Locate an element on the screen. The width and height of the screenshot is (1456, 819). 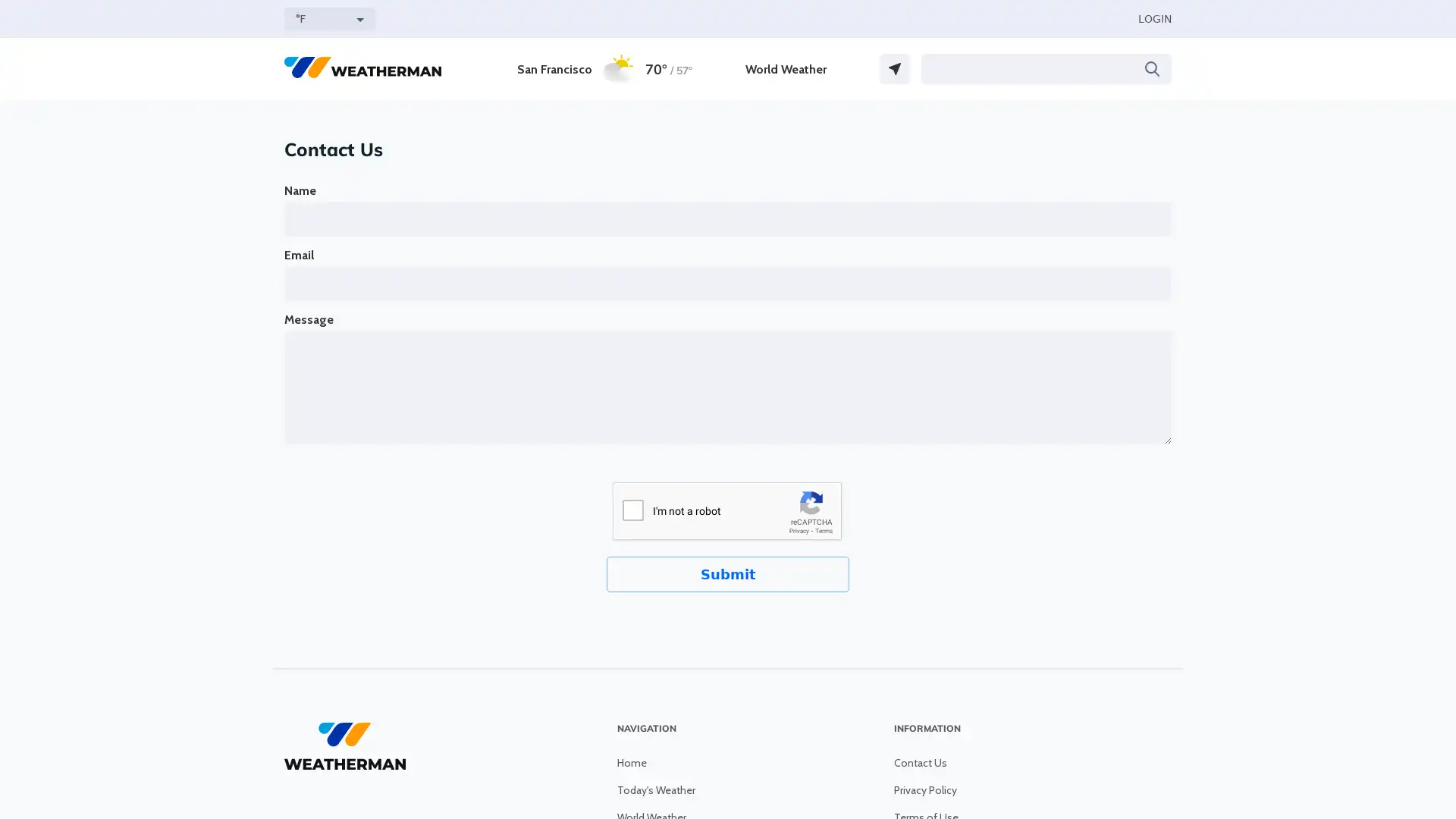
GPS Location is located at coordinates (895, 69).